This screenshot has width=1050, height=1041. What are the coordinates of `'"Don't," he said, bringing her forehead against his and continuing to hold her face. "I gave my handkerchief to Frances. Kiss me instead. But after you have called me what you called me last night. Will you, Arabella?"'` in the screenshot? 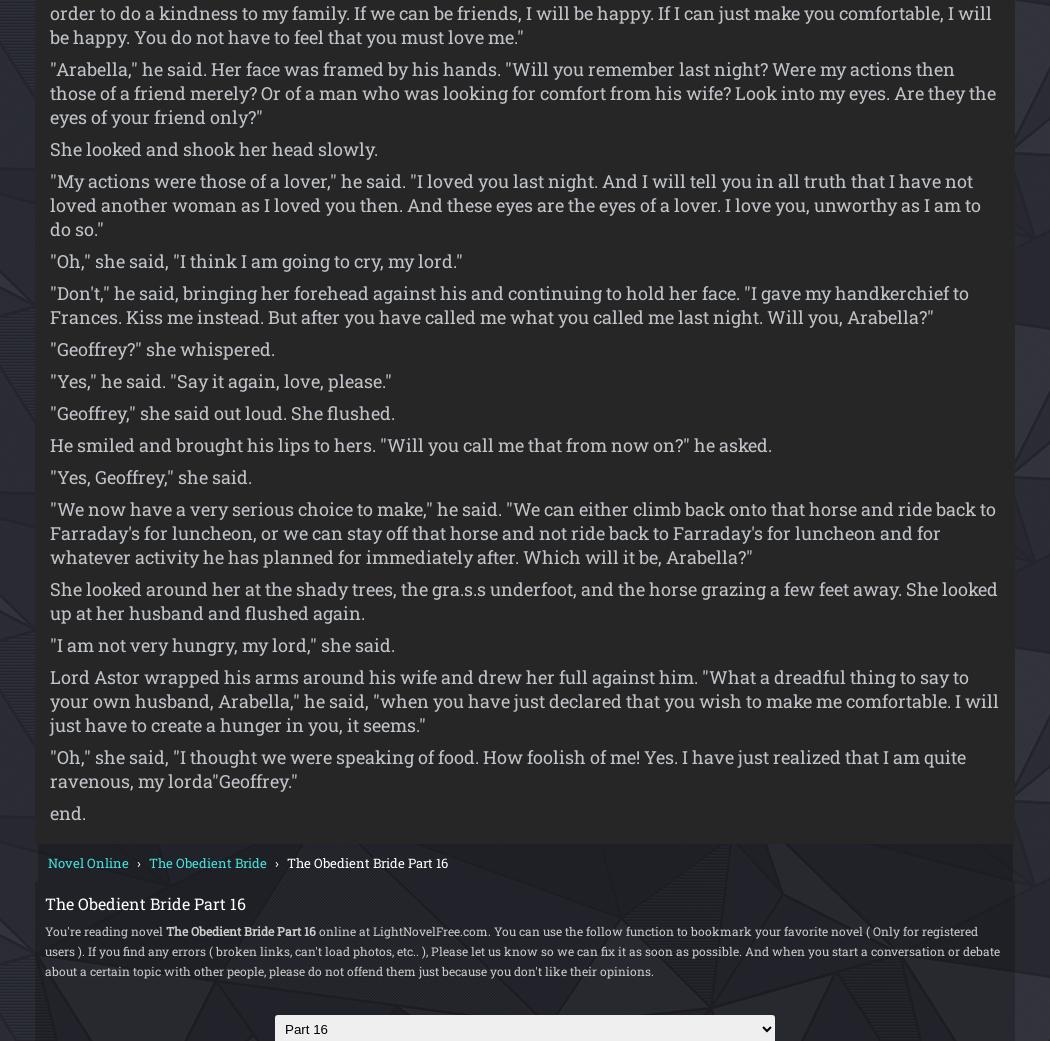 It's located at (508, 302).